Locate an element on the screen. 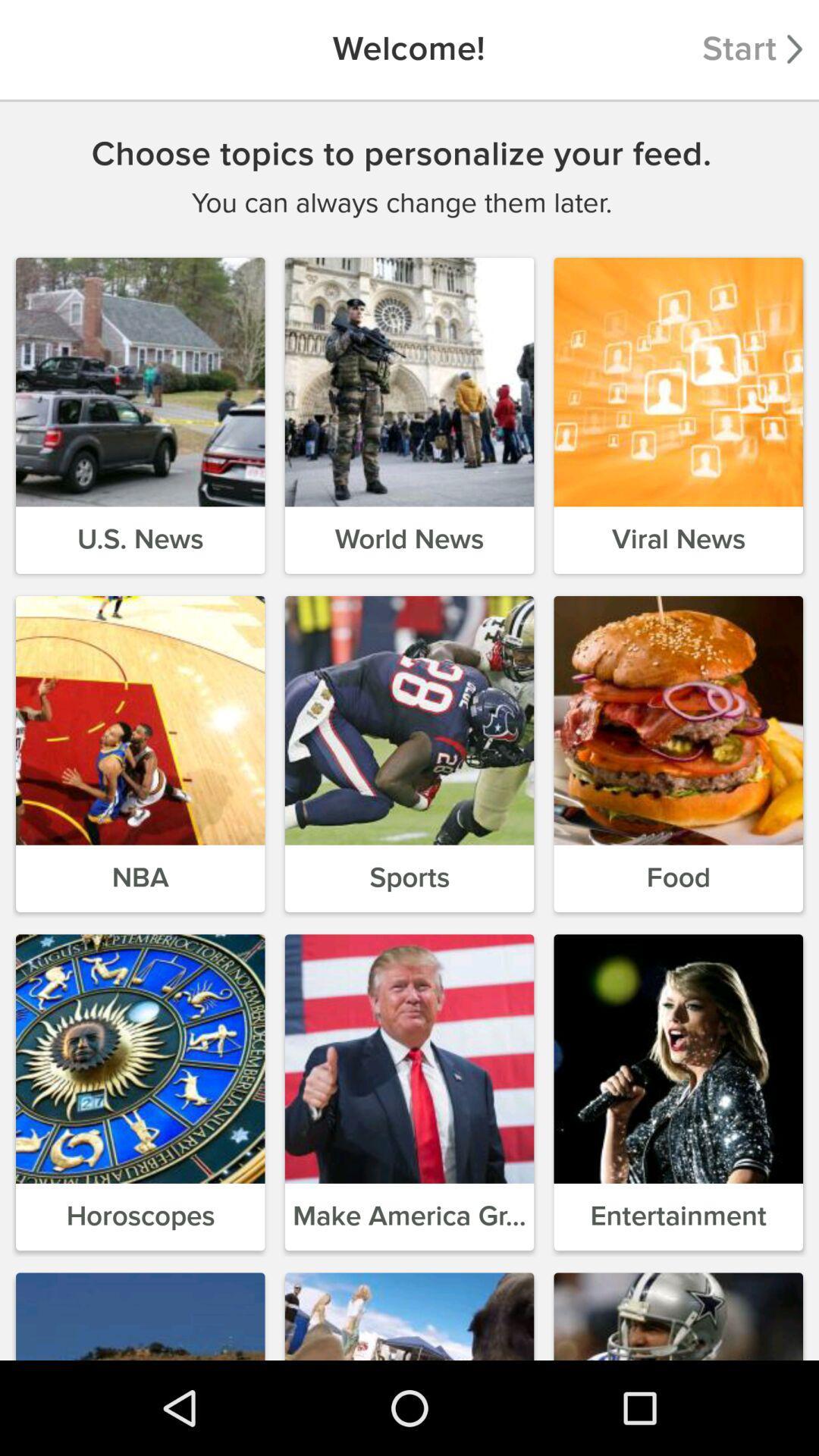  the first image is located at coordinates (140, 382).